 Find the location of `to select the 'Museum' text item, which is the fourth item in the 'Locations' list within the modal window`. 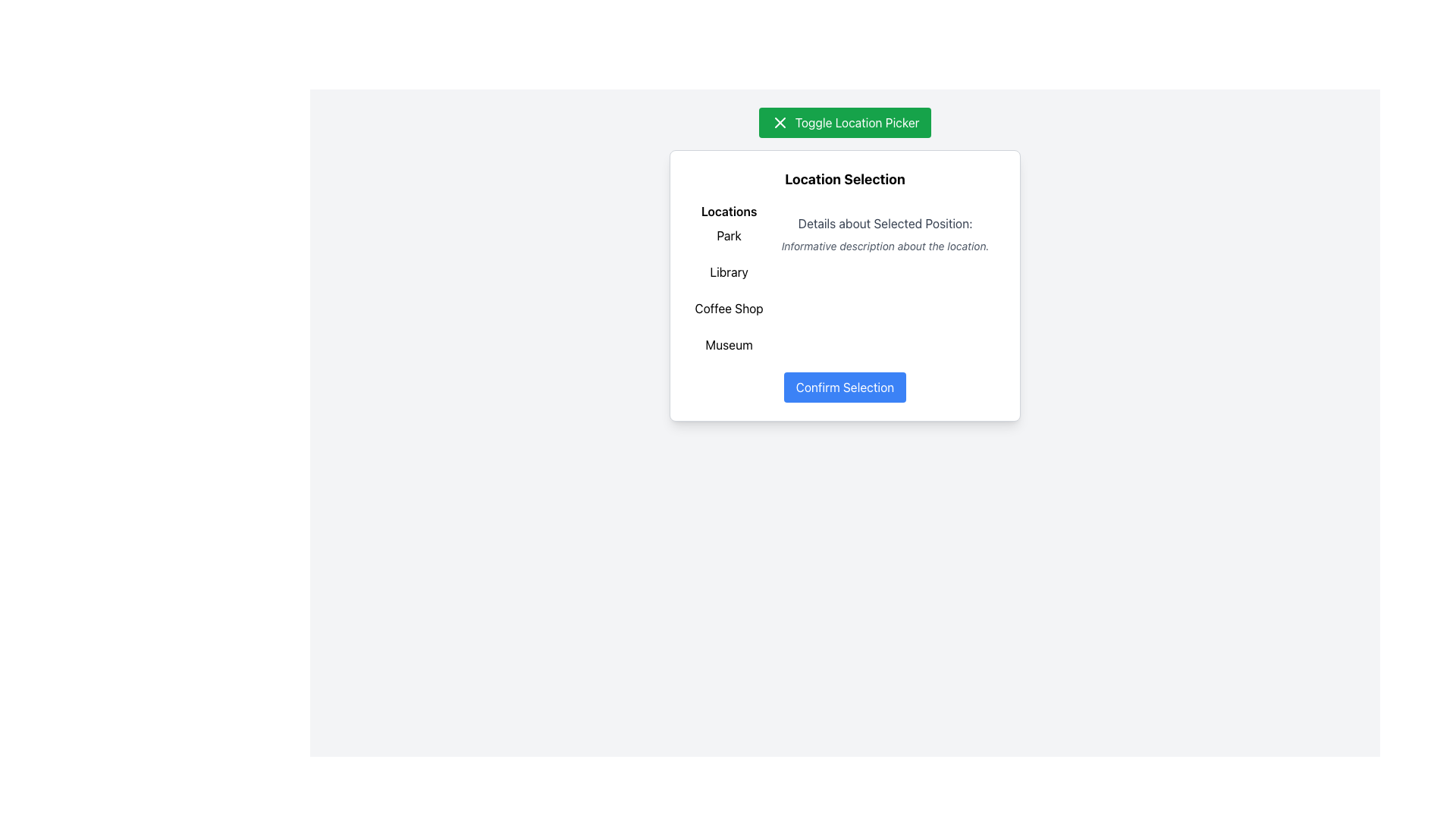

to select the 'Museum' text item, which is the fourth item in the 'Locations' list within the modal window is located at coordinates (729, 345).